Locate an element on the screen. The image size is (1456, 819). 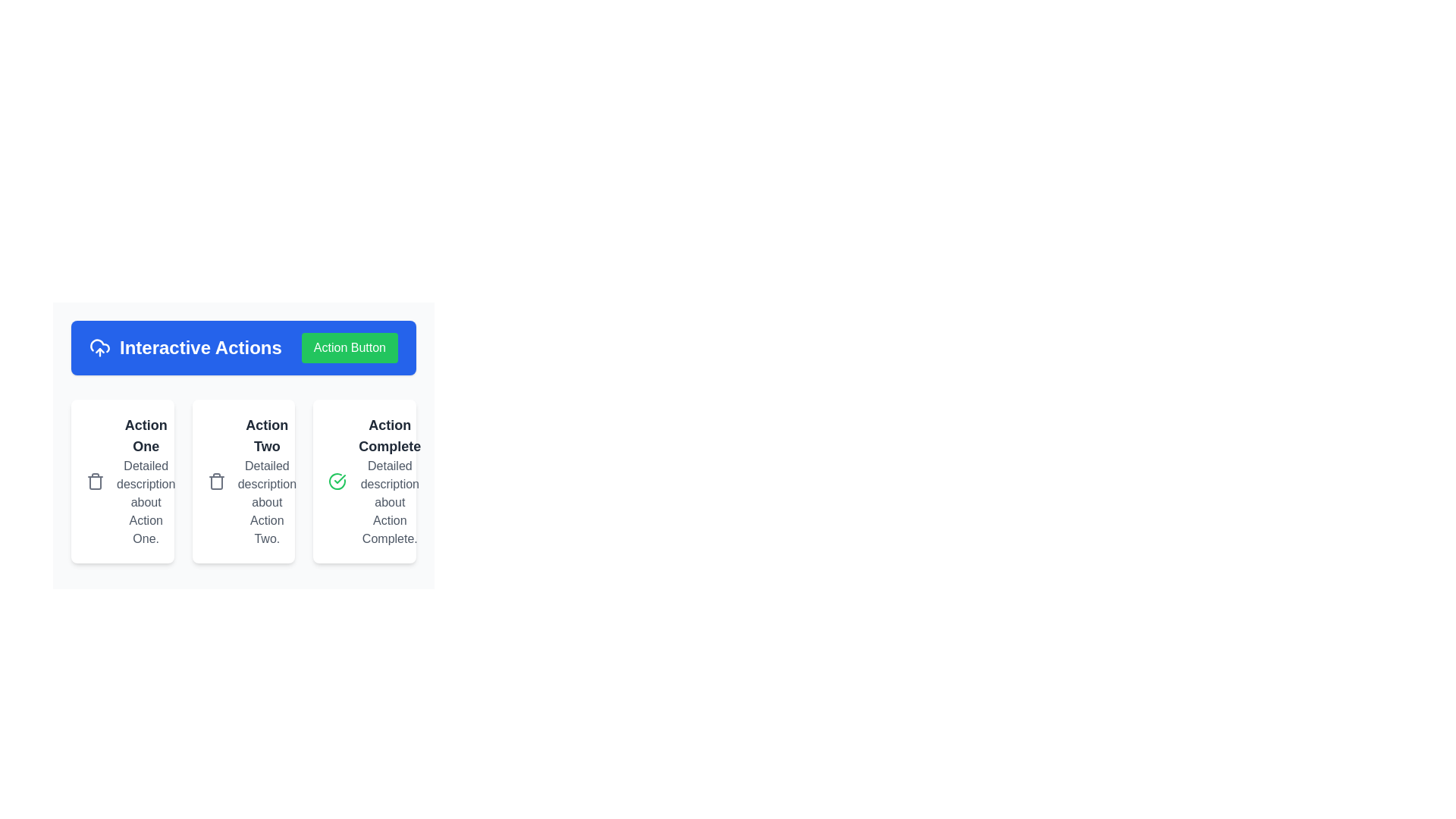
the static text providing additional information under the 'Action Complete' title in the third card of a horizontal list of three cards is located at coordinates (390, 503).